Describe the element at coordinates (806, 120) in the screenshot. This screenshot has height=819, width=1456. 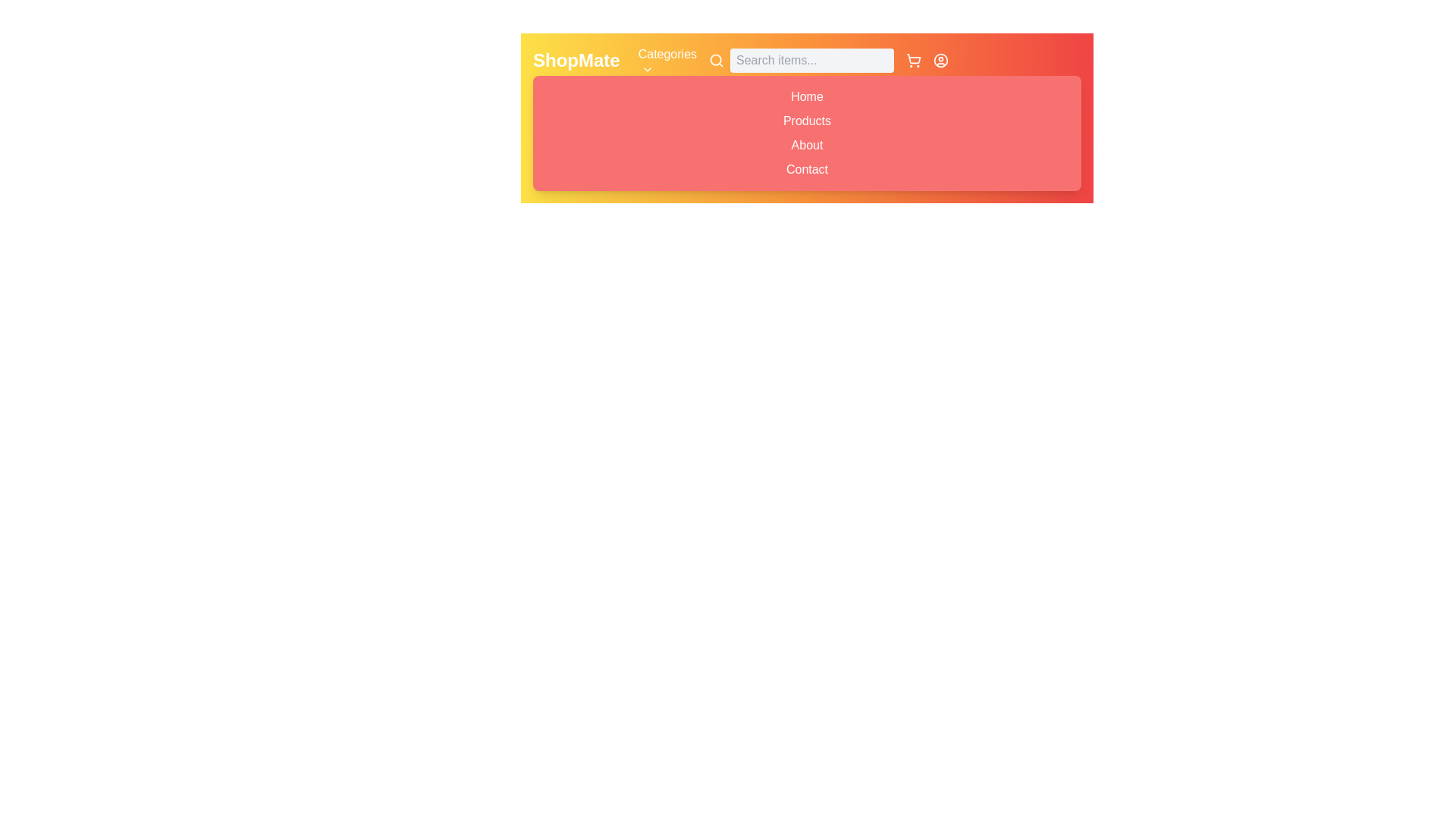
I see `the 'Products' hyperlink in the dropdown menu to trigger the hover effect` at that location.